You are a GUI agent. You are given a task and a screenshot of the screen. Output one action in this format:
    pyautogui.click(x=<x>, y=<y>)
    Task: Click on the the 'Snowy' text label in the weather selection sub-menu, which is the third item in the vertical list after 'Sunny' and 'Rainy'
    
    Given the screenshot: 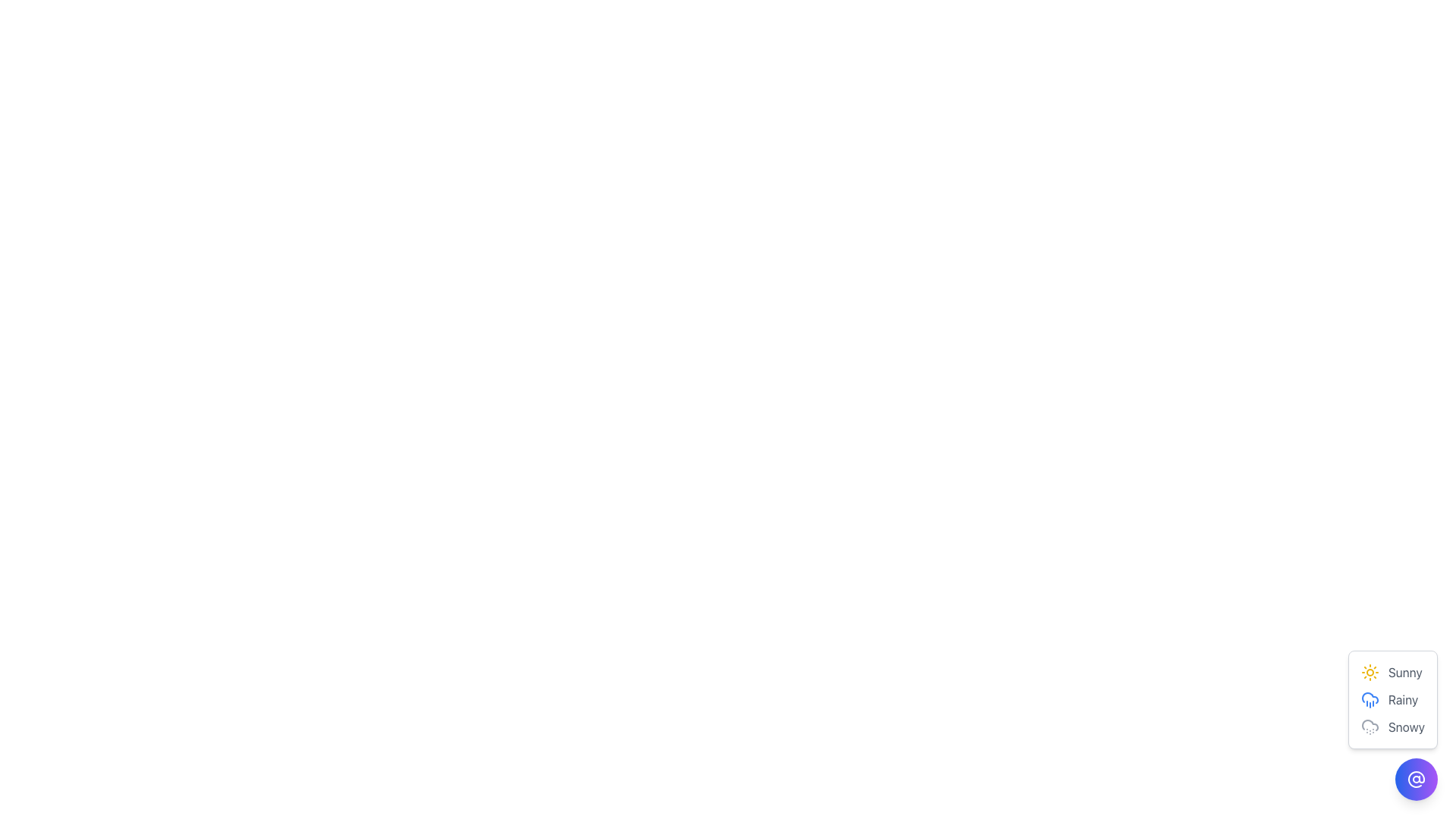 What is the action you would take?
    pyautogui.click(x=1405, y=726)
    